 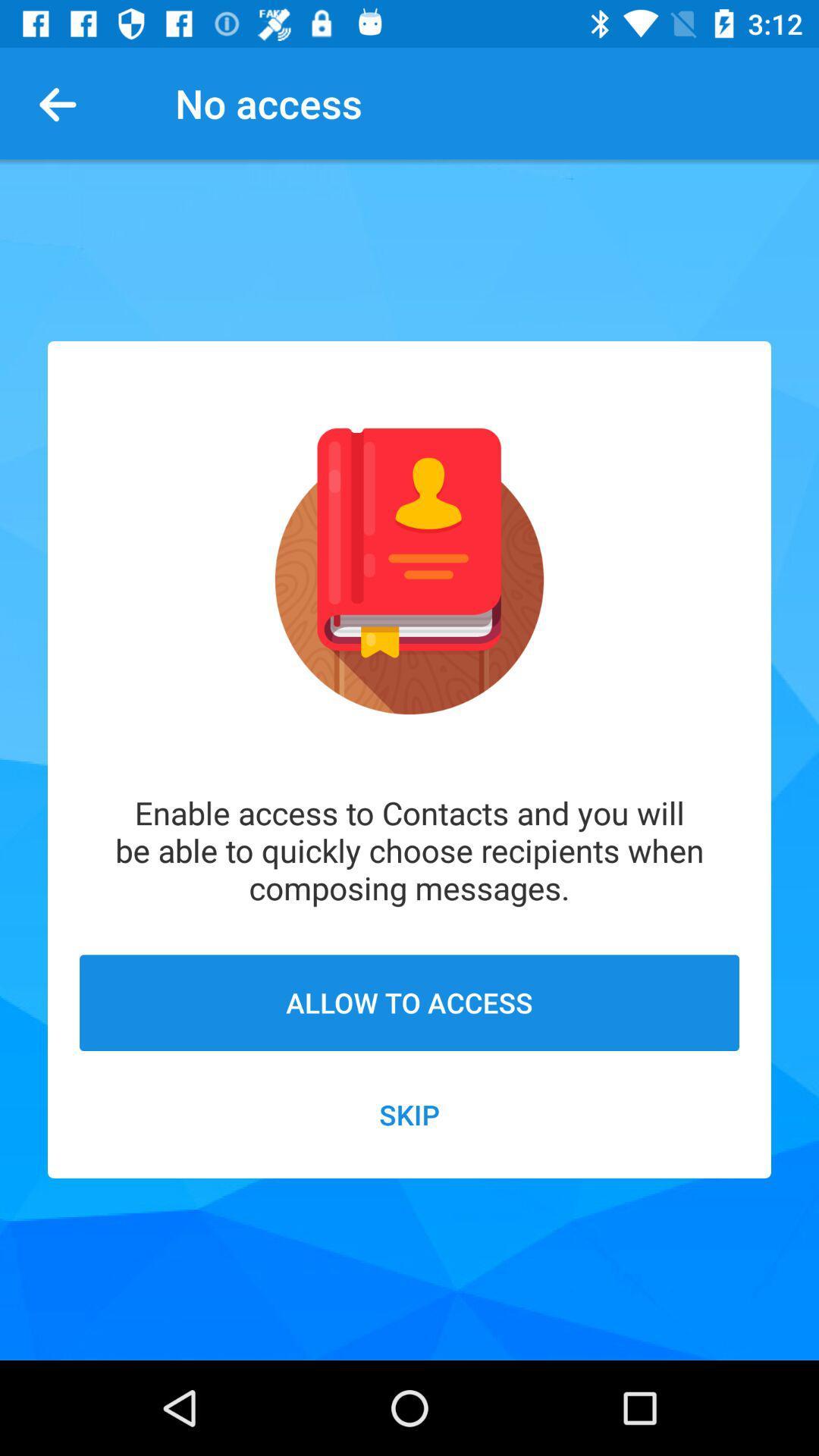 What do you see at coordinates (63, 102) in the screenshot?
I see `item to the left of the no access` at bounding box center [63, 102].